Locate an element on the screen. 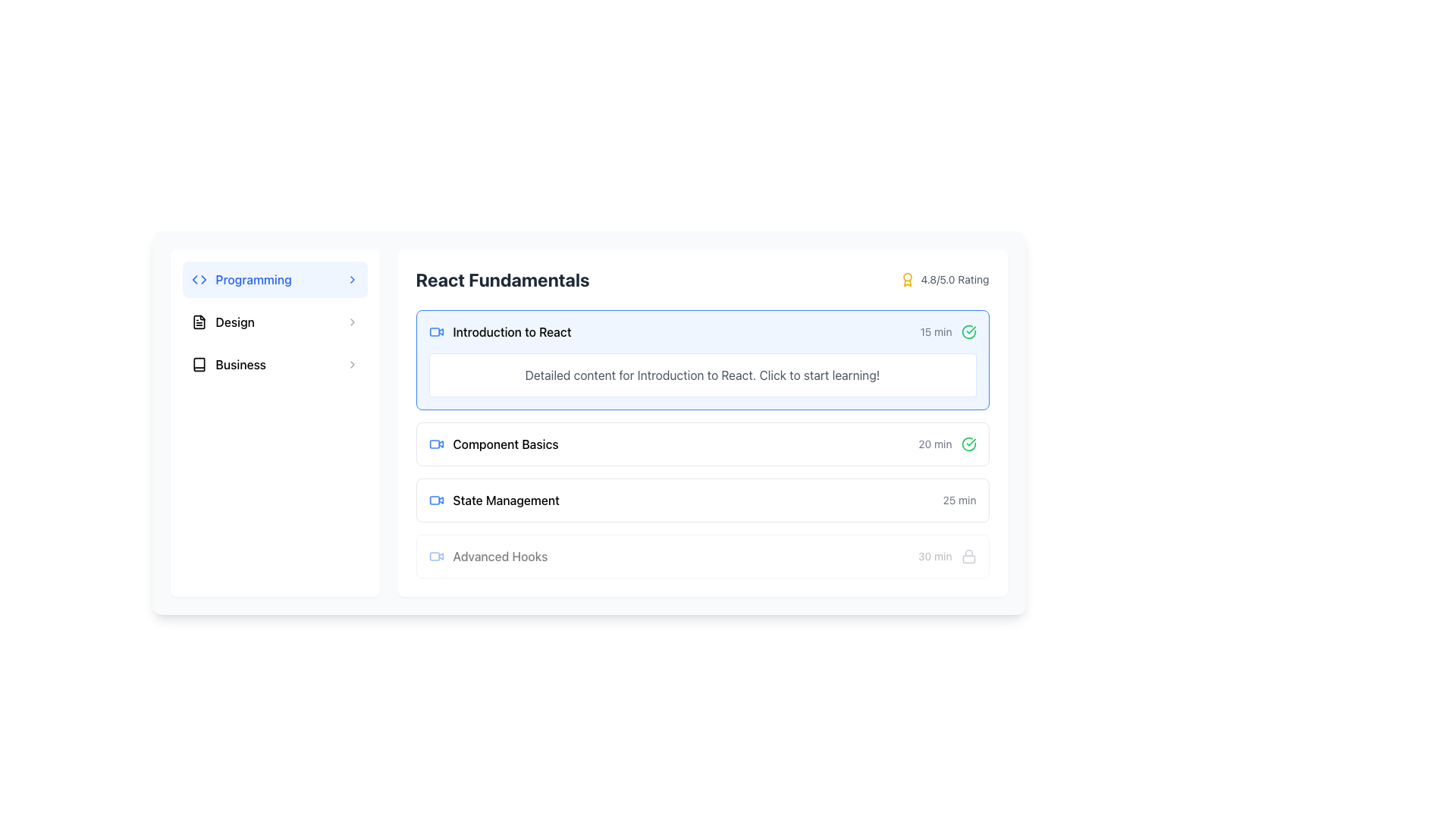  the text block that reads 'Detailed content for Introduction to React. Click to start learning!' which is styled with a light background and positioned below the title 'Introduction to React' is located at coordinates (701, 375).